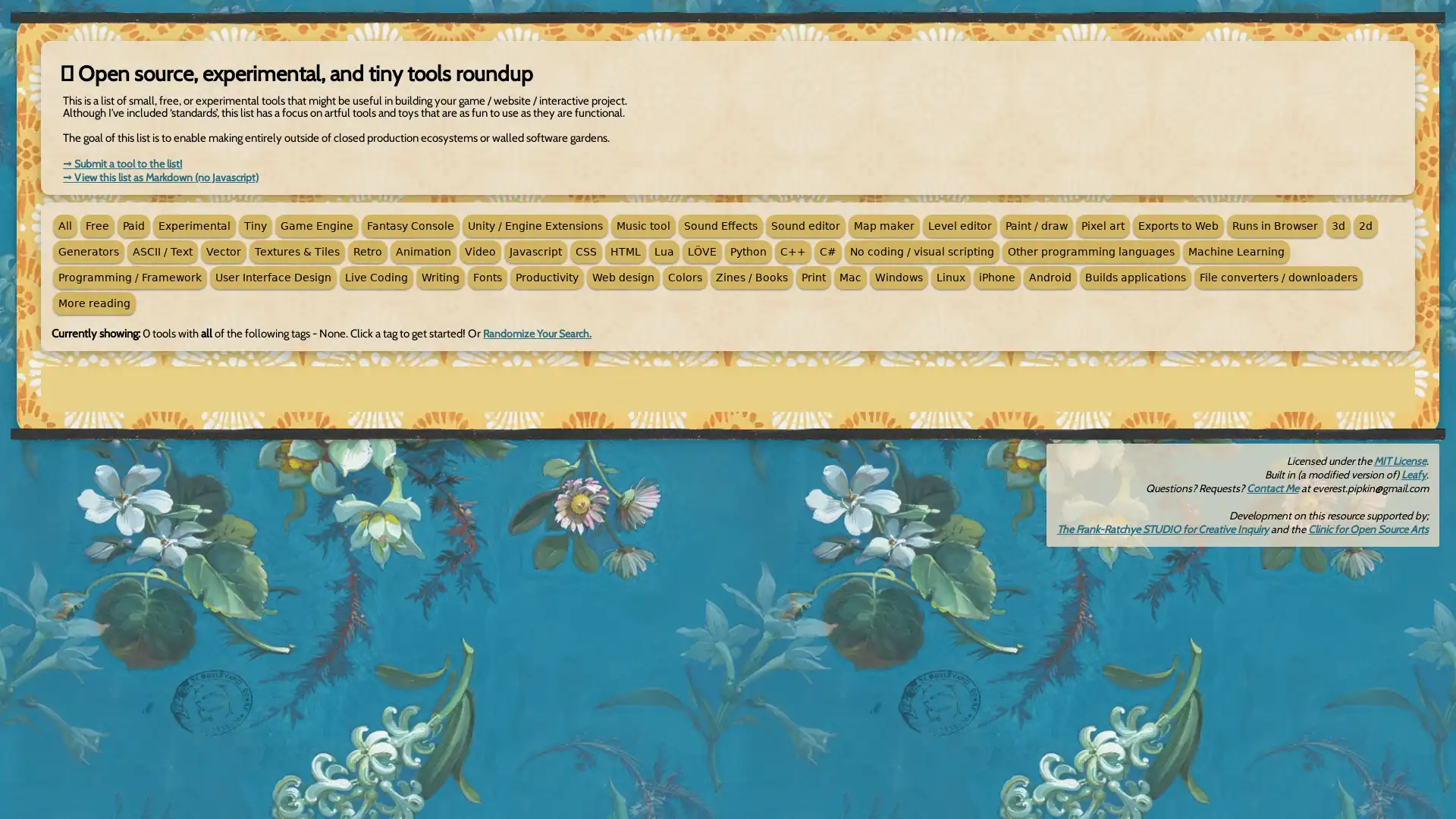 Image resolution: width=1456 pixels, height=819 pixels. Describe the element at coordinates (479, 250) in the screenshot. I see `Video` at that location.